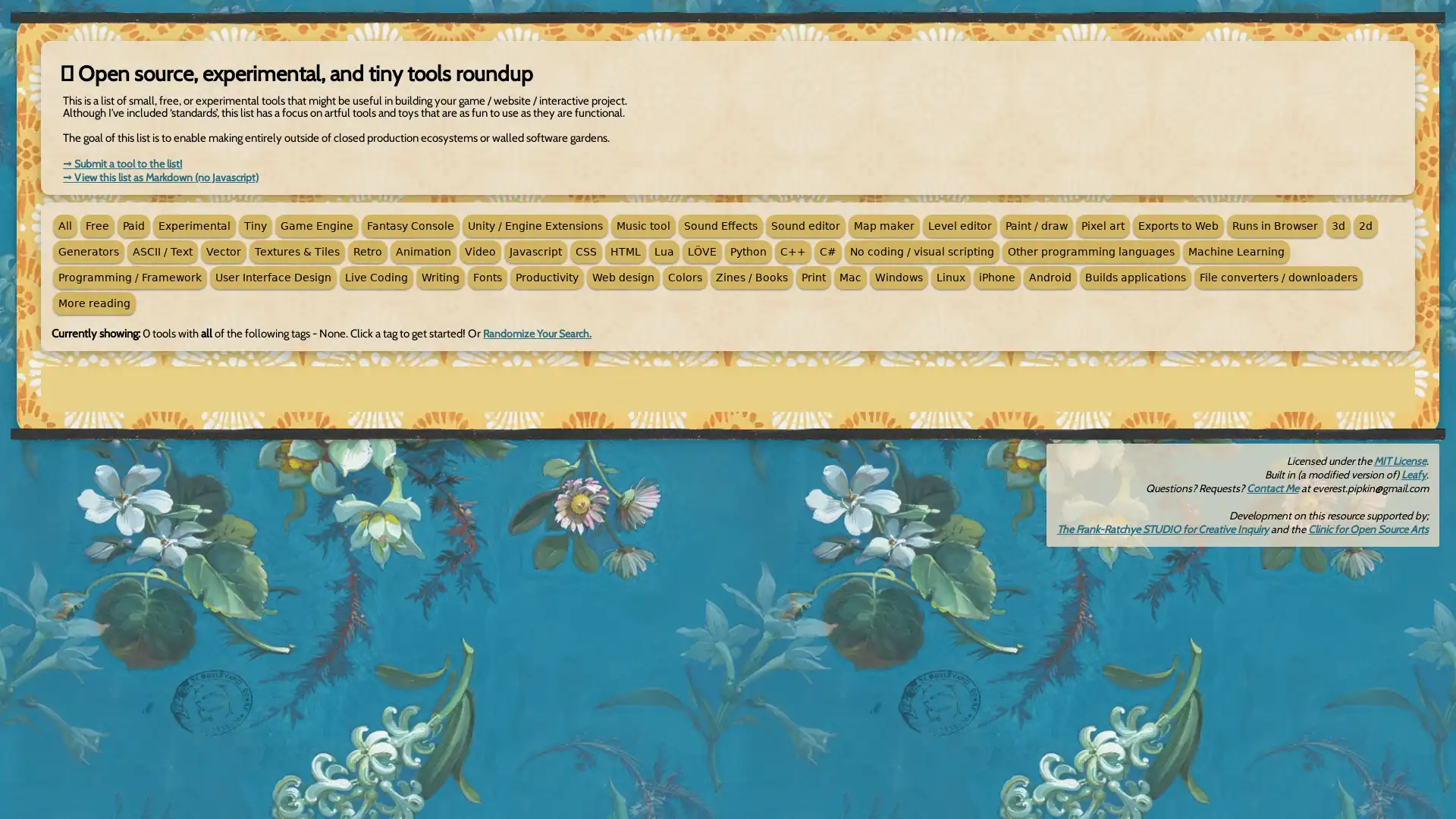 Image resolution: width=1456 pixels, height=819 pixels. Describe the element at coordinates (479, 250) in the screenshot. I see `Video` at that location.